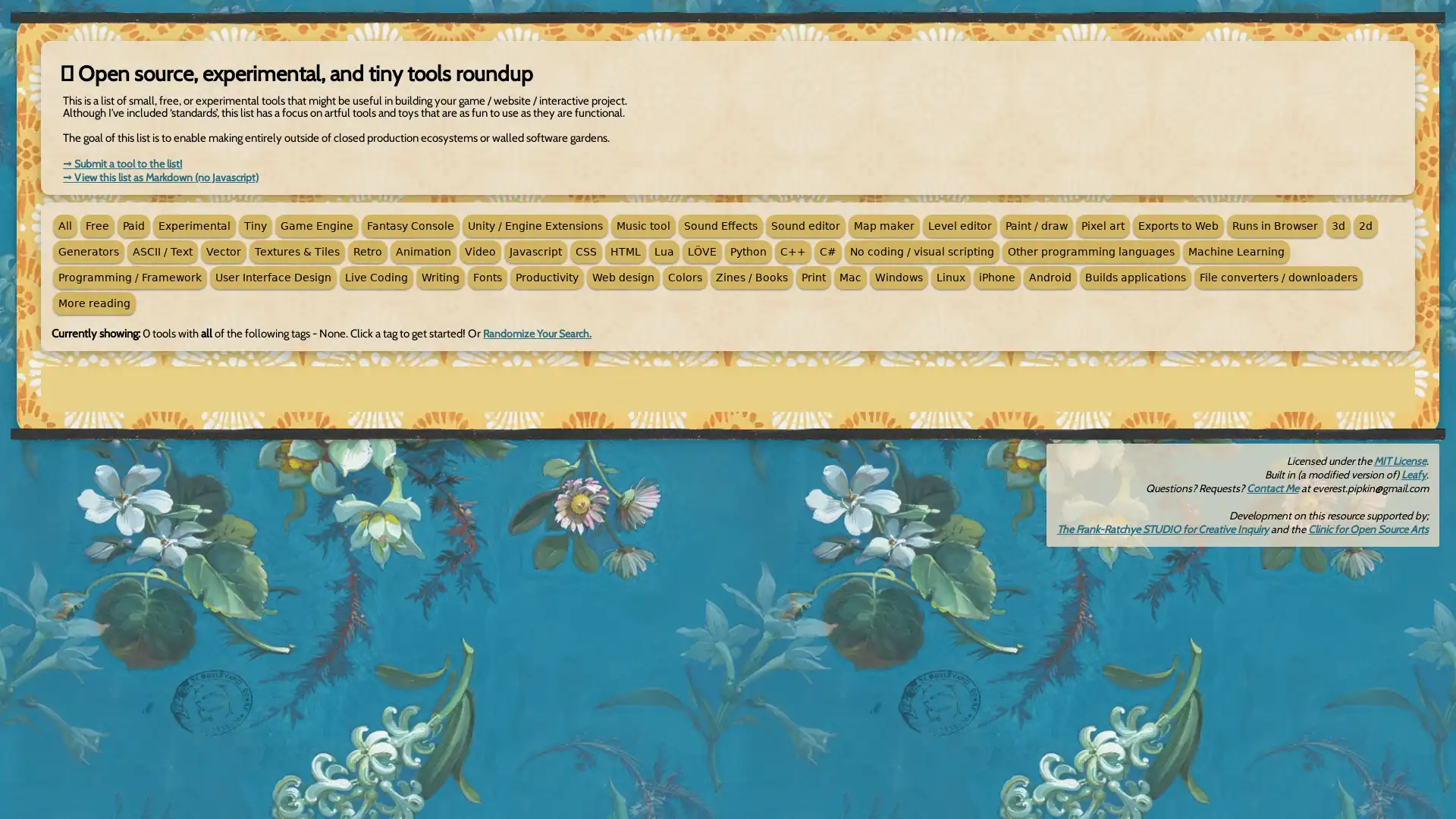 Image resolution: width=1456 pixels, height=819 pixels. Describe the element at coordinates (479, 250) in the screenshot. I see `Video` at that location.